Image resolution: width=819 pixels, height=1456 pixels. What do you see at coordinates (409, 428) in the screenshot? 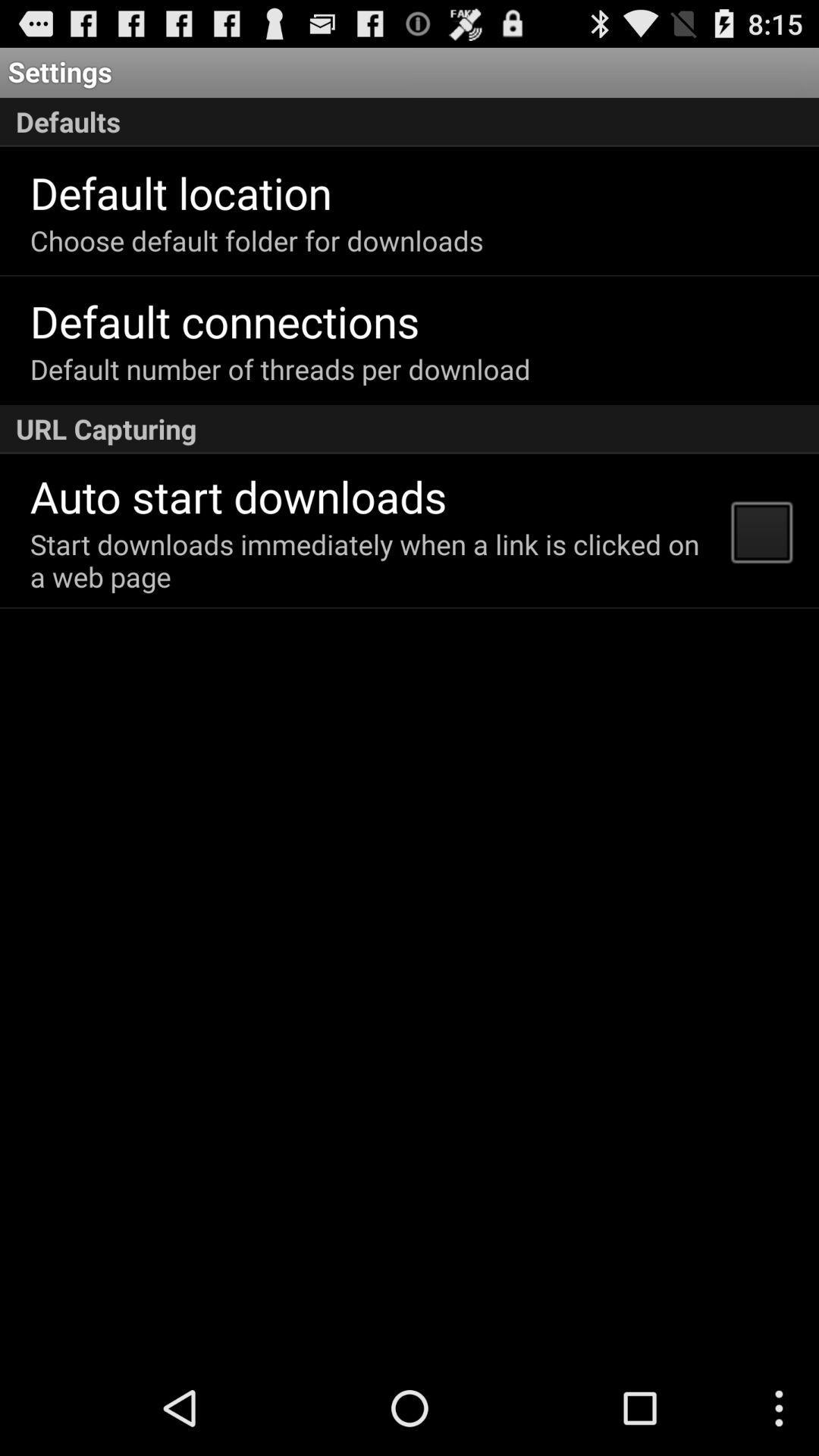
I see `the url capturing` at bounding box center [409, 428].